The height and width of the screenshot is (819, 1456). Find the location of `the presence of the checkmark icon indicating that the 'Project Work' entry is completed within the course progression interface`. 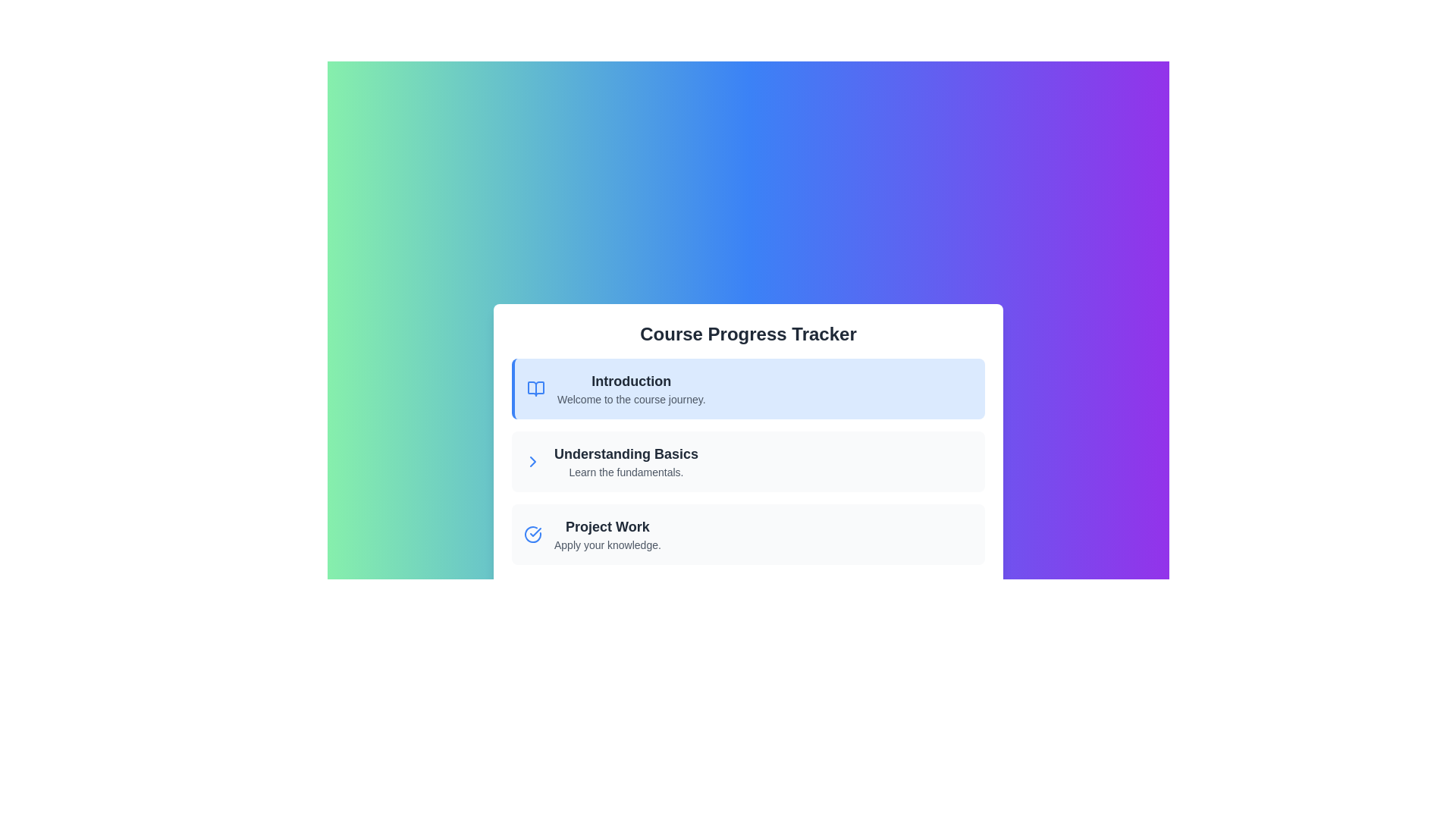

the presence of the checkmark icon indicating that the 'Project Work' entry is completed within the course progression interface is located at coordinates (535, 532).